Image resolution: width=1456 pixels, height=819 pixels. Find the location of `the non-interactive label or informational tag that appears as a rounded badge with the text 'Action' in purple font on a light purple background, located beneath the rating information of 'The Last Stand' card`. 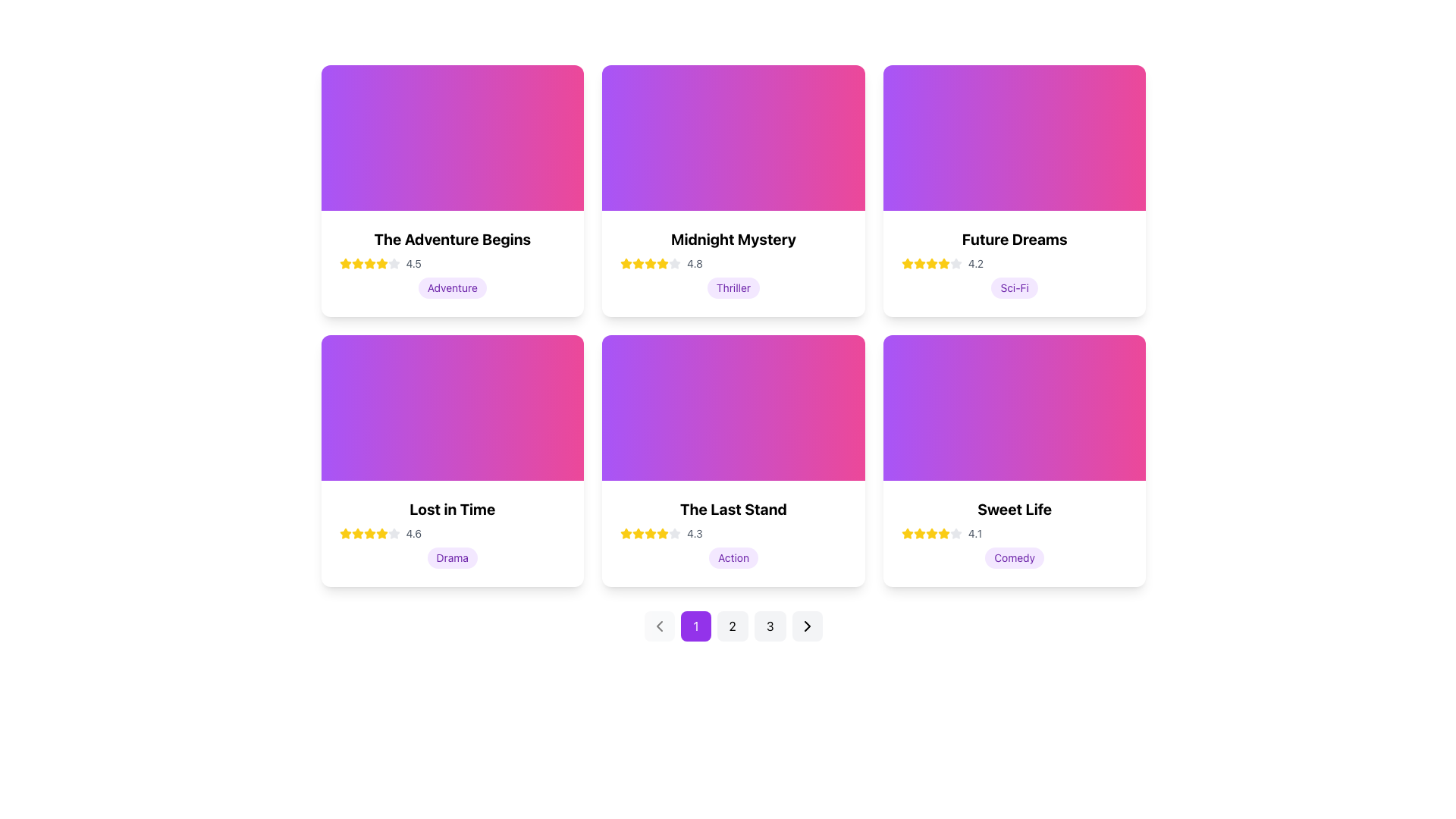

the non-interactive label or informational tag that appears as a rounded badge with the text 'Action' in purple font on a light purple background, located beneath the rating information of 'The Last Stand' card is located at coordinates (733, 558).